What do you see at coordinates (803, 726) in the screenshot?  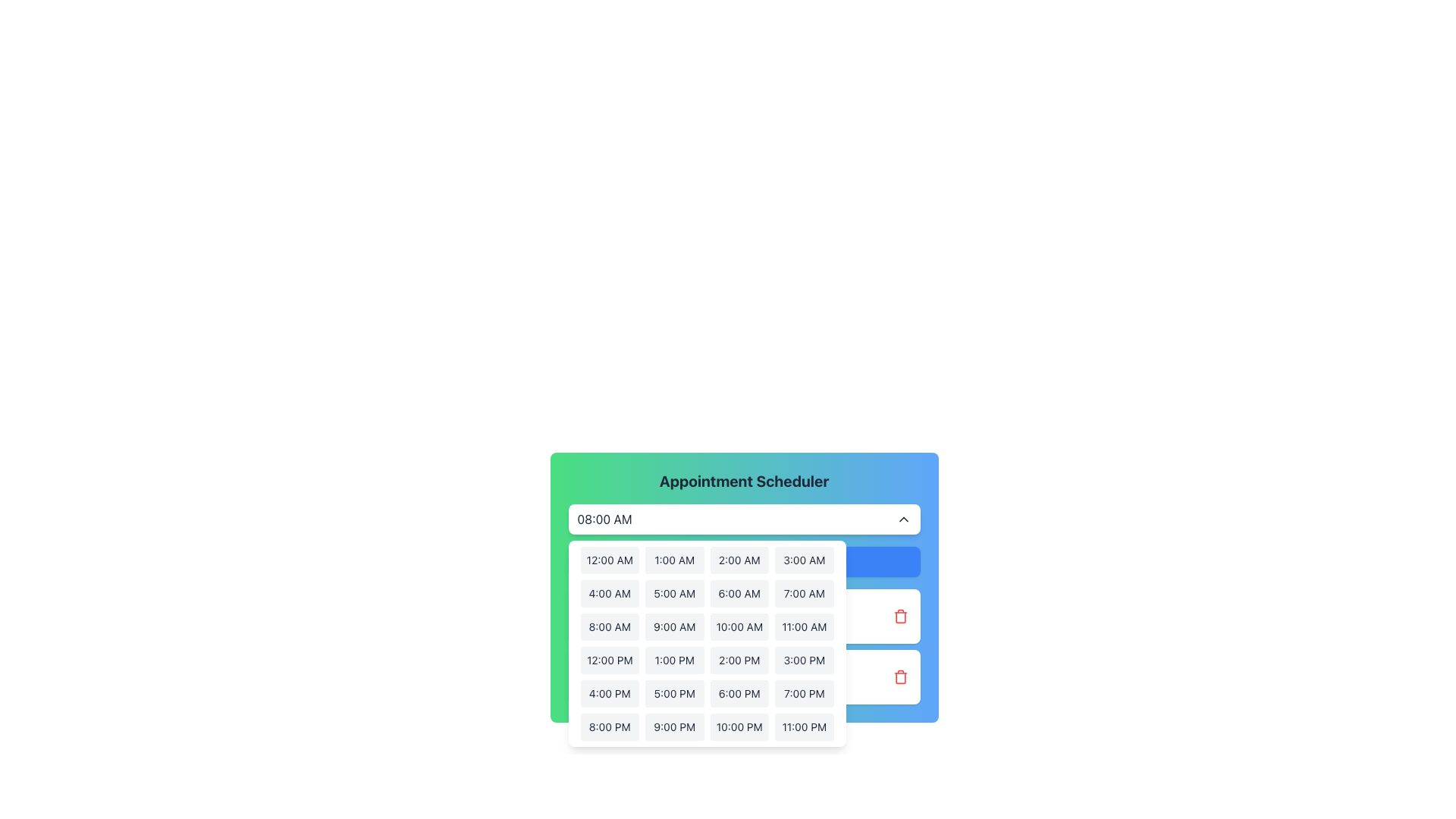 I see `the button labeled '11:00 PM' located at the bottom right corner of the grid layout in the 'Appointment Scheduler' section` at bounding box center [803, 726].